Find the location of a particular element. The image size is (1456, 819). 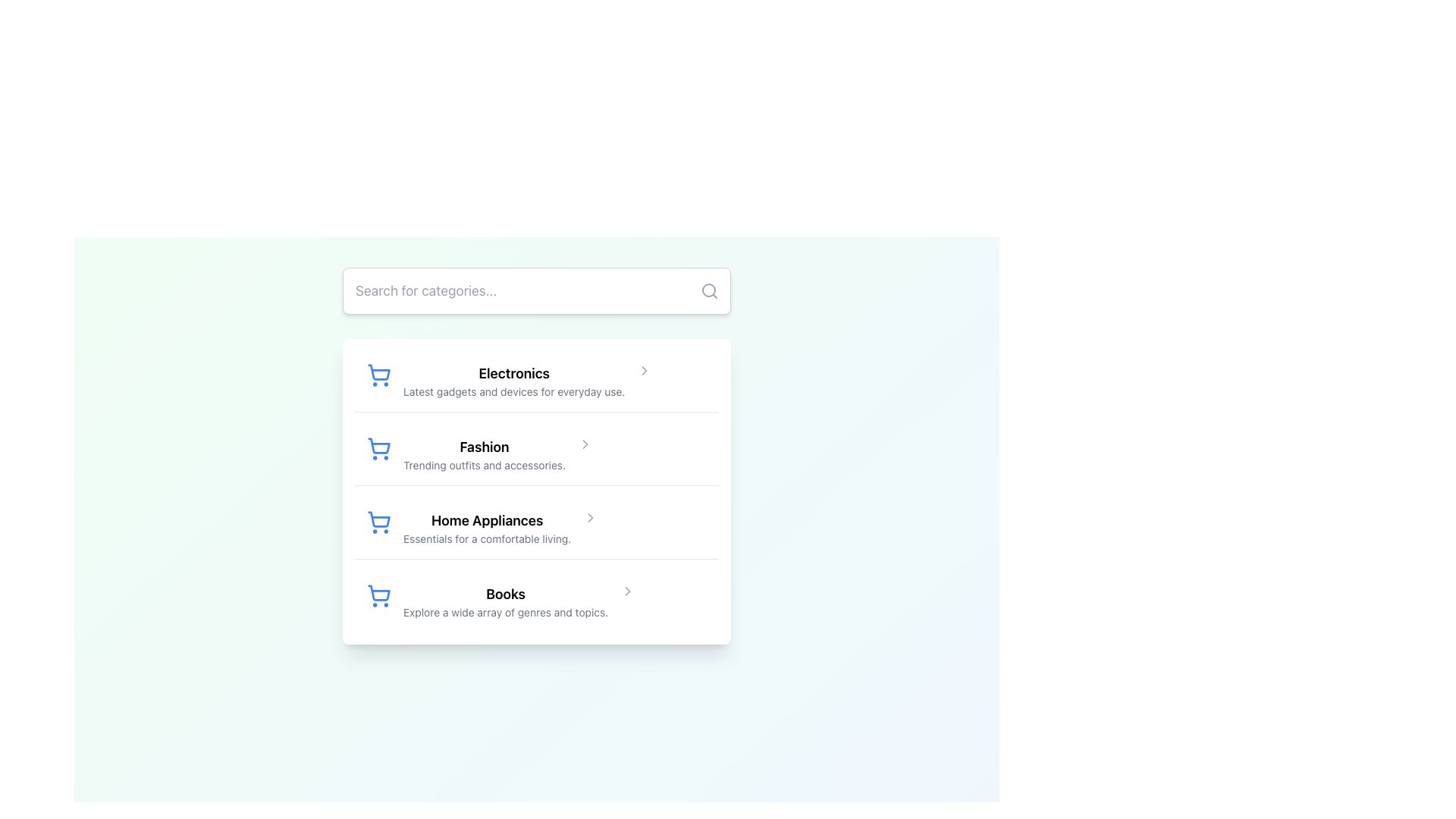

the second List Item representing the 'Fashion' category is located at coordinates (537, 491).